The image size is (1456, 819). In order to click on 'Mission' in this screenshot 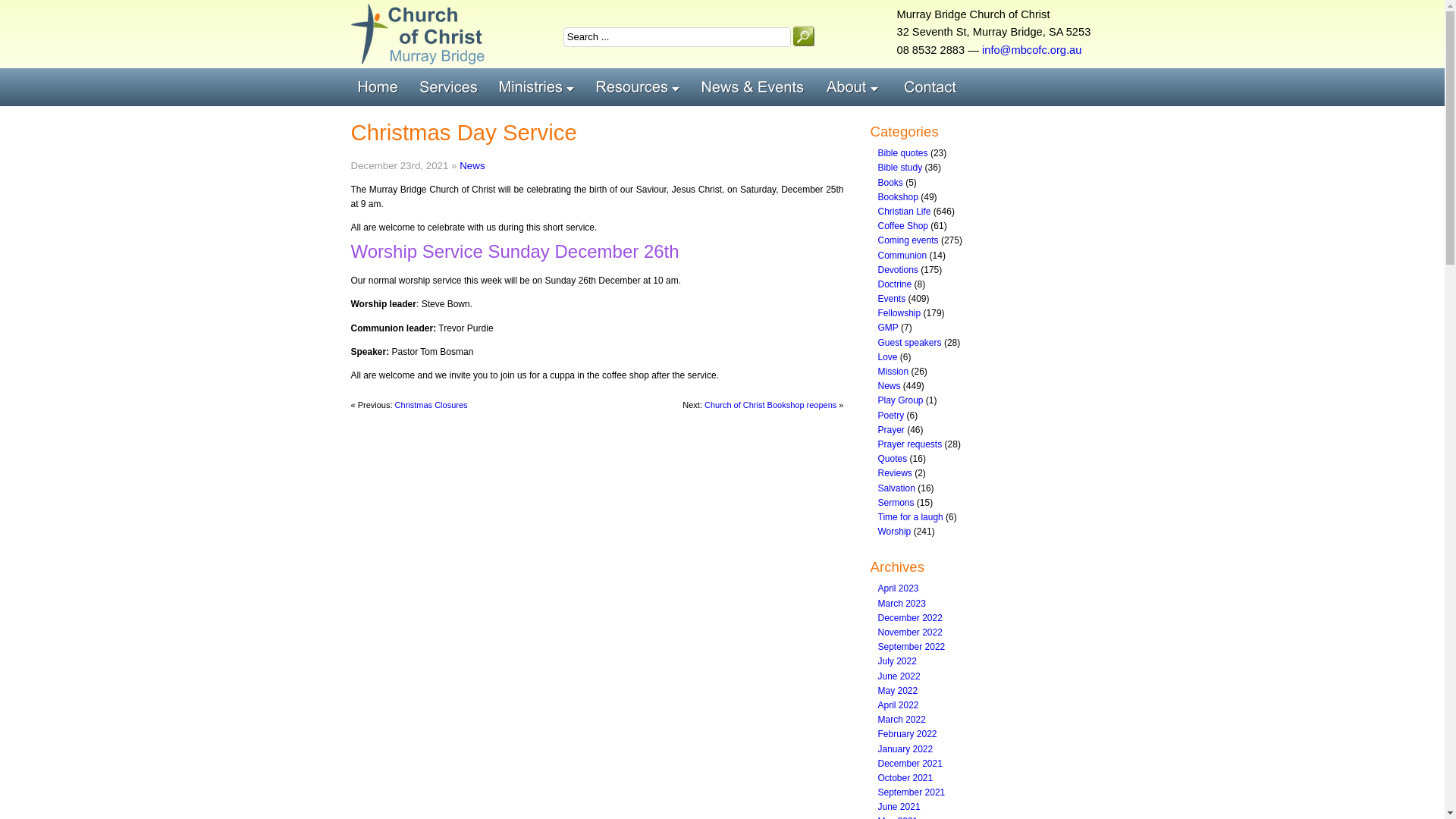, I will do `click(877, 371)`.